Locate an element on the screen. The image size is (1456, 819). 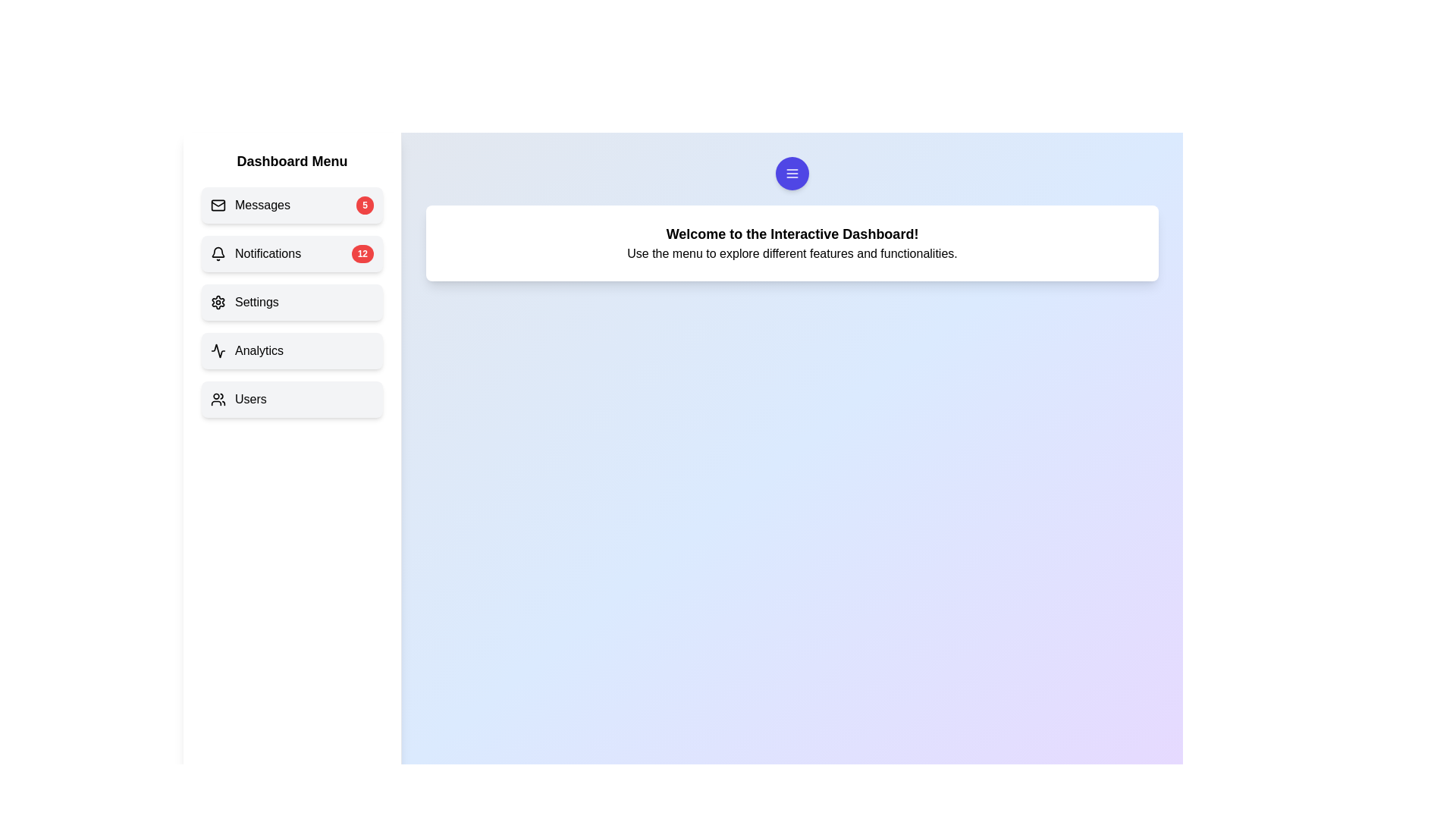
the menu item Notifications to navigate to its respective section is located at coordinates (292, 253).